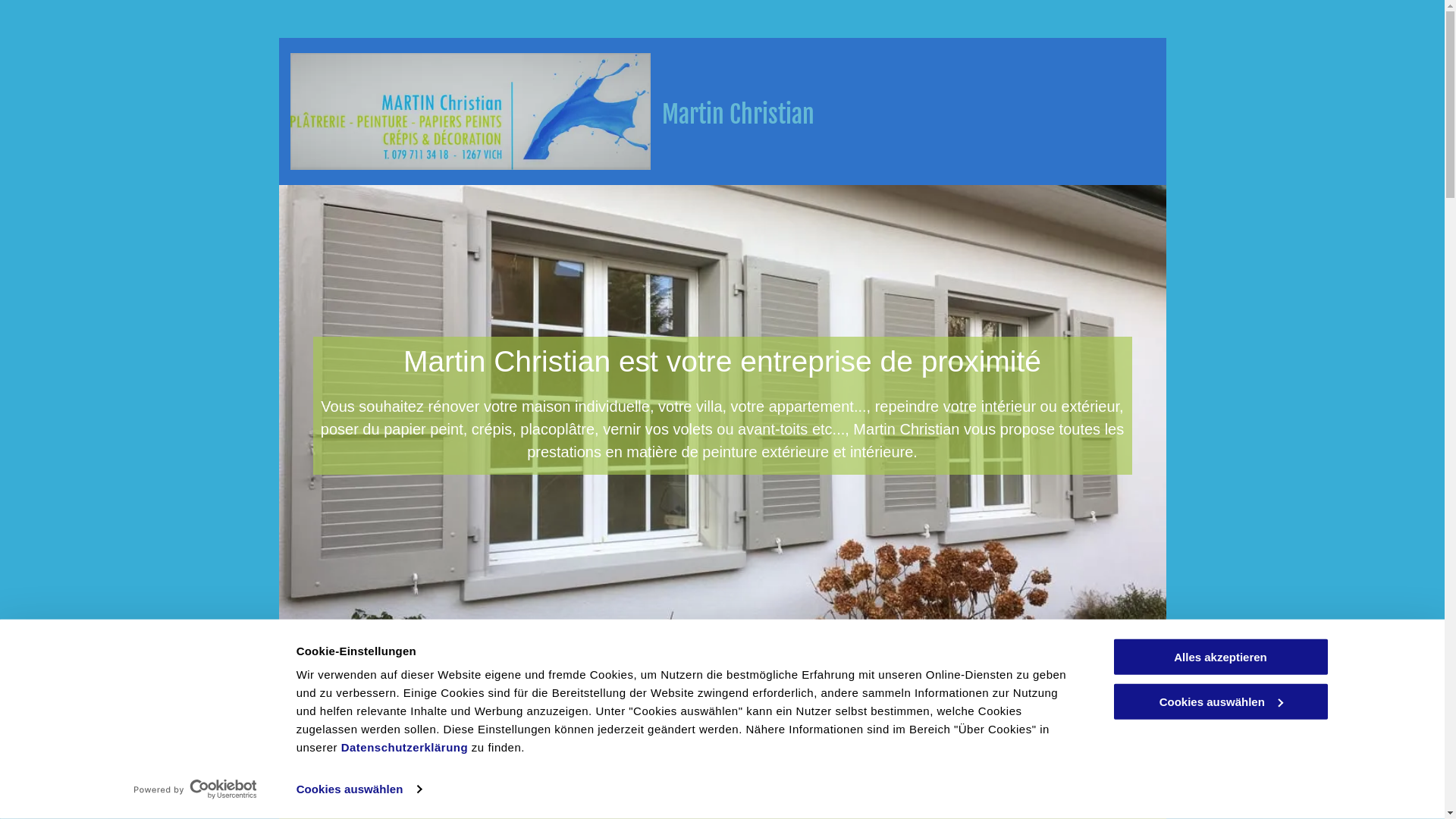  Describe the element at coordinates (1219, 656) in the screenshot. I see `'Alles akzeptieren'` at that location.